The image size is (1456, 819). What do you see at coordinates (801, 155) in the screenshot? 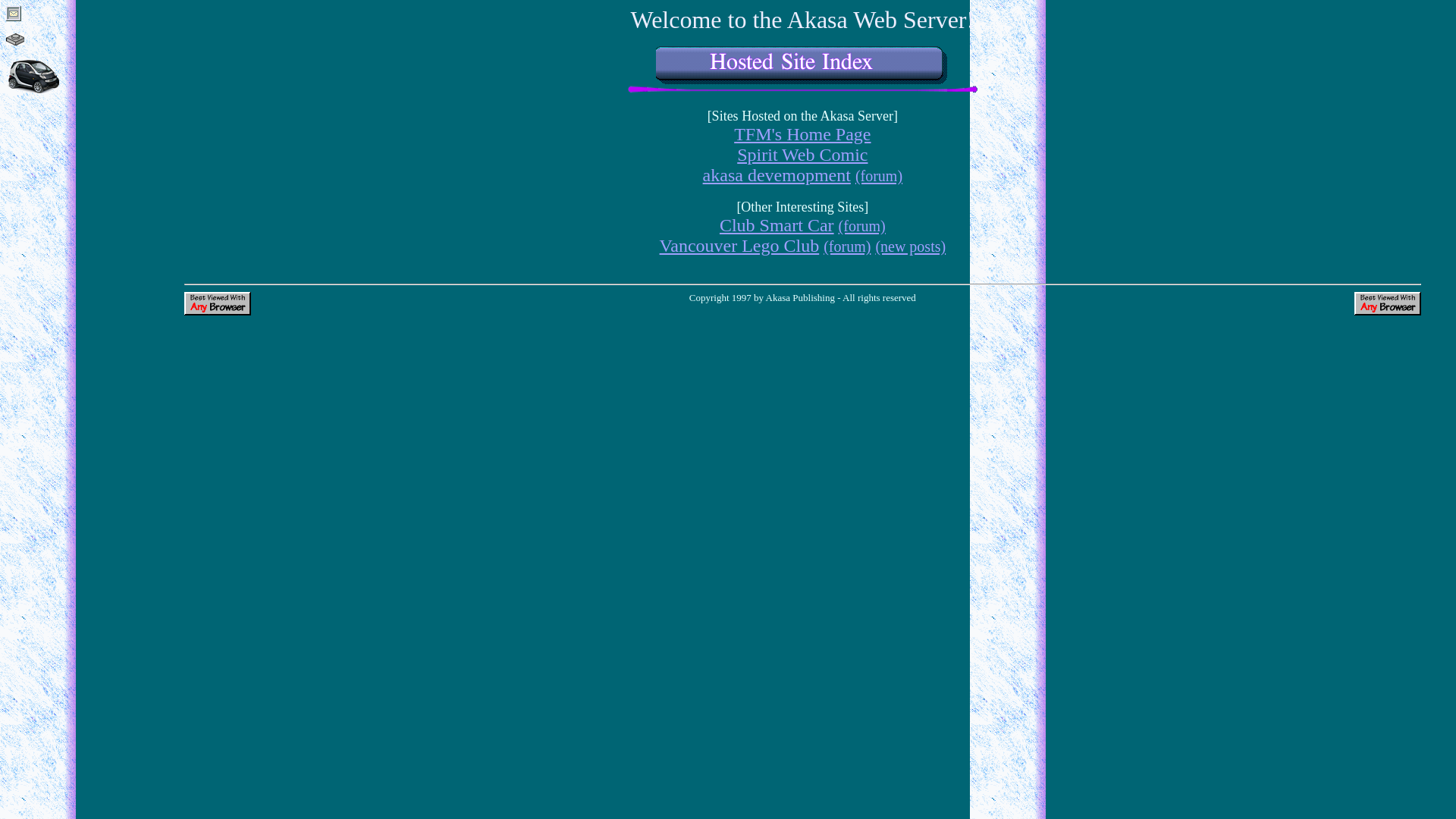
I see `'Spirit Web Comic'` at bounding box center [801, 155].